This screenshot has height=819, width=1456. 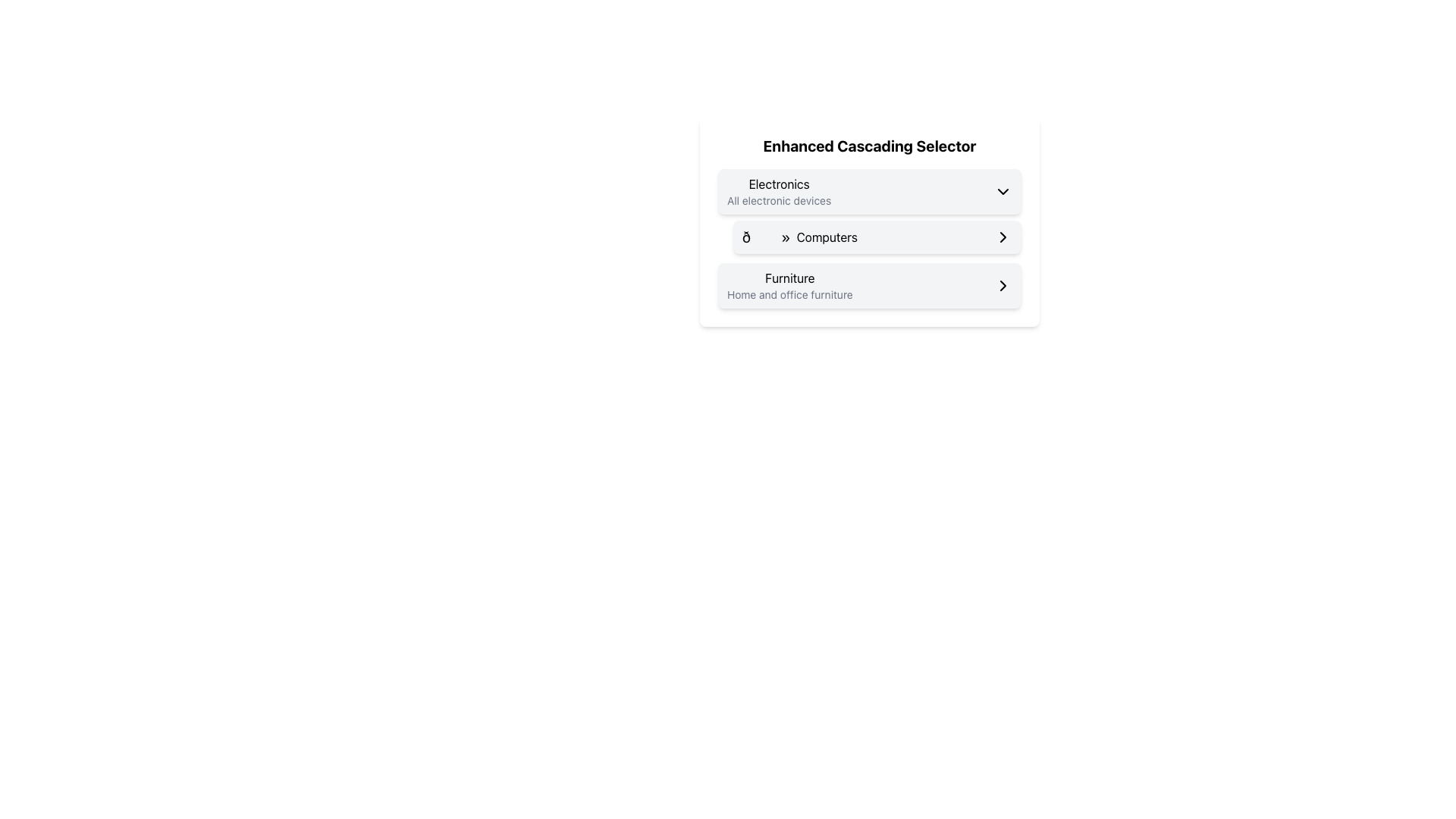 What do you see at coordinates (799, 237) in the screenshot?
I see `the Text label with an icon that contains an emoji-like symbol and the text 'Computers', located in the middle of the vertically-arranged list within the 'Enhanced Cascading Selector' box` at bounding box center [799, 237].